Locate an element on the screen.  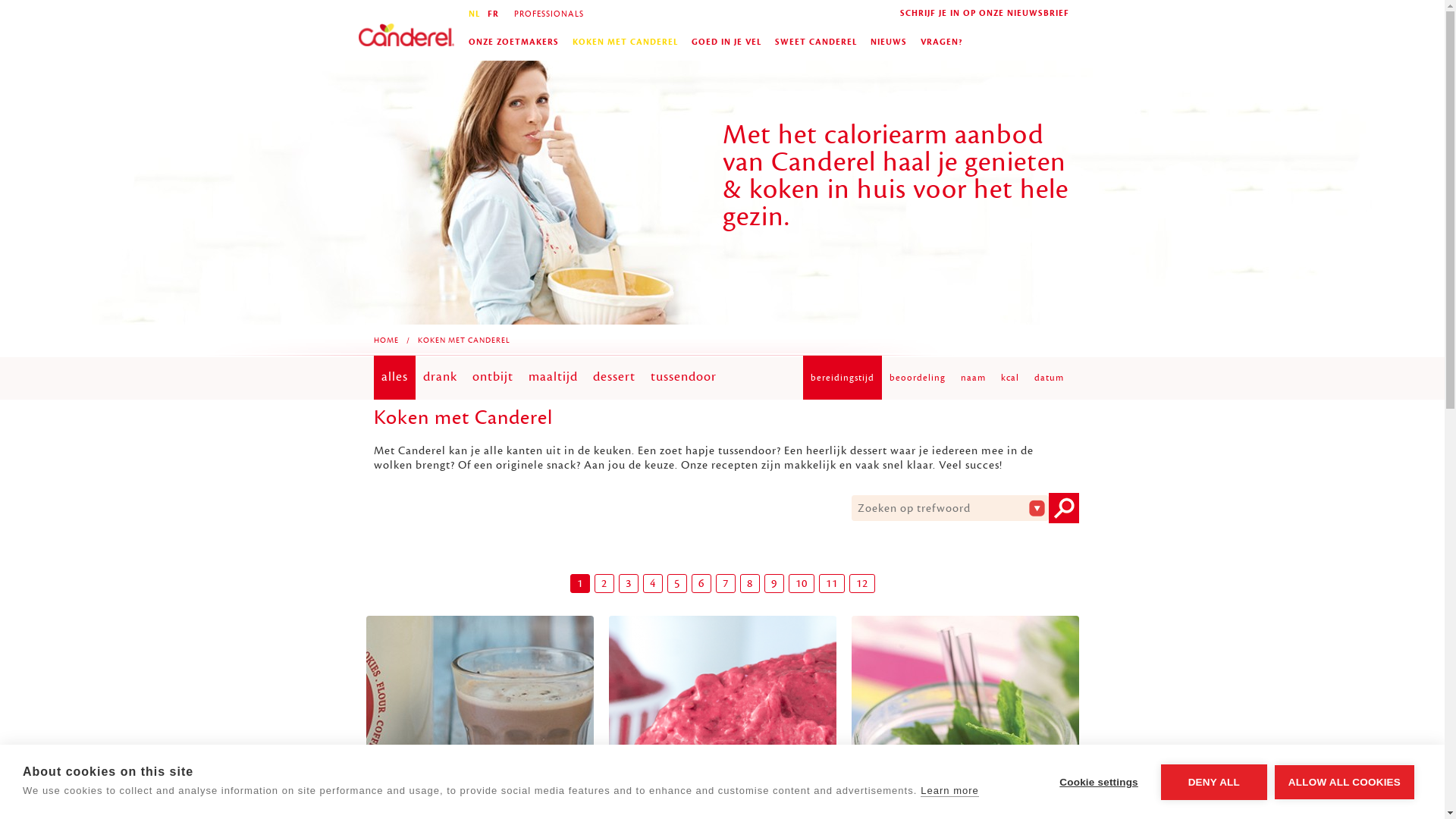
'ALLOW ALL COOKIES' is located at coordinates (1274, 781).